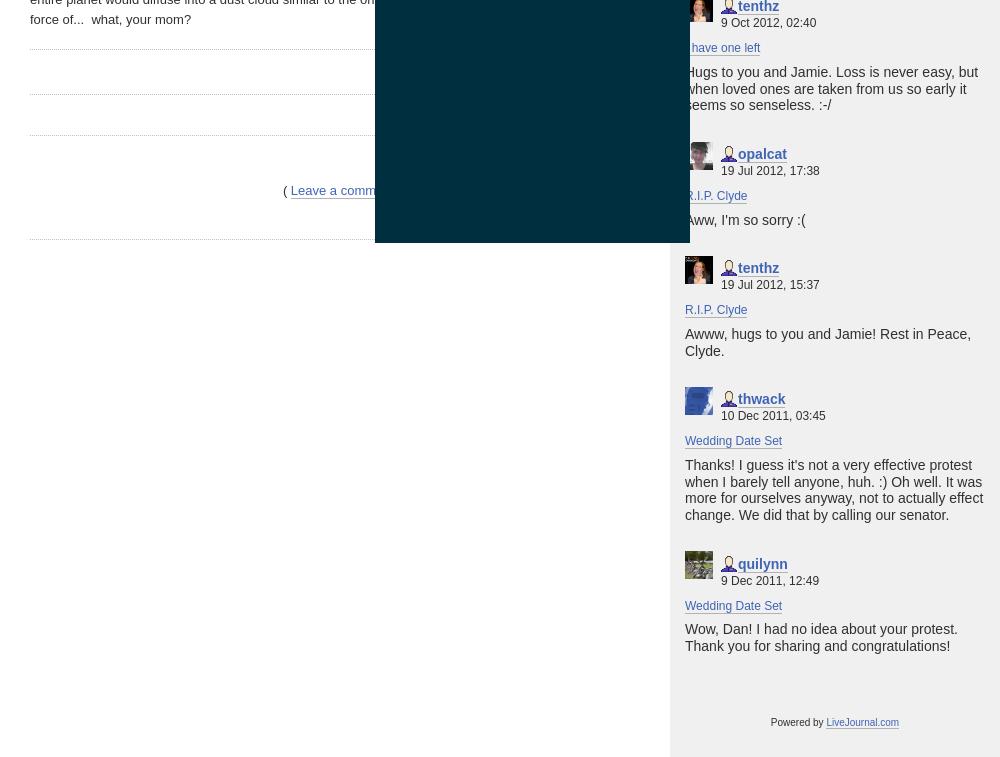  What do you see at coordinates (744, 218) in the screenshot?
I see `'Aww, I'm so sorry :('` at bounding box center [744, 218].